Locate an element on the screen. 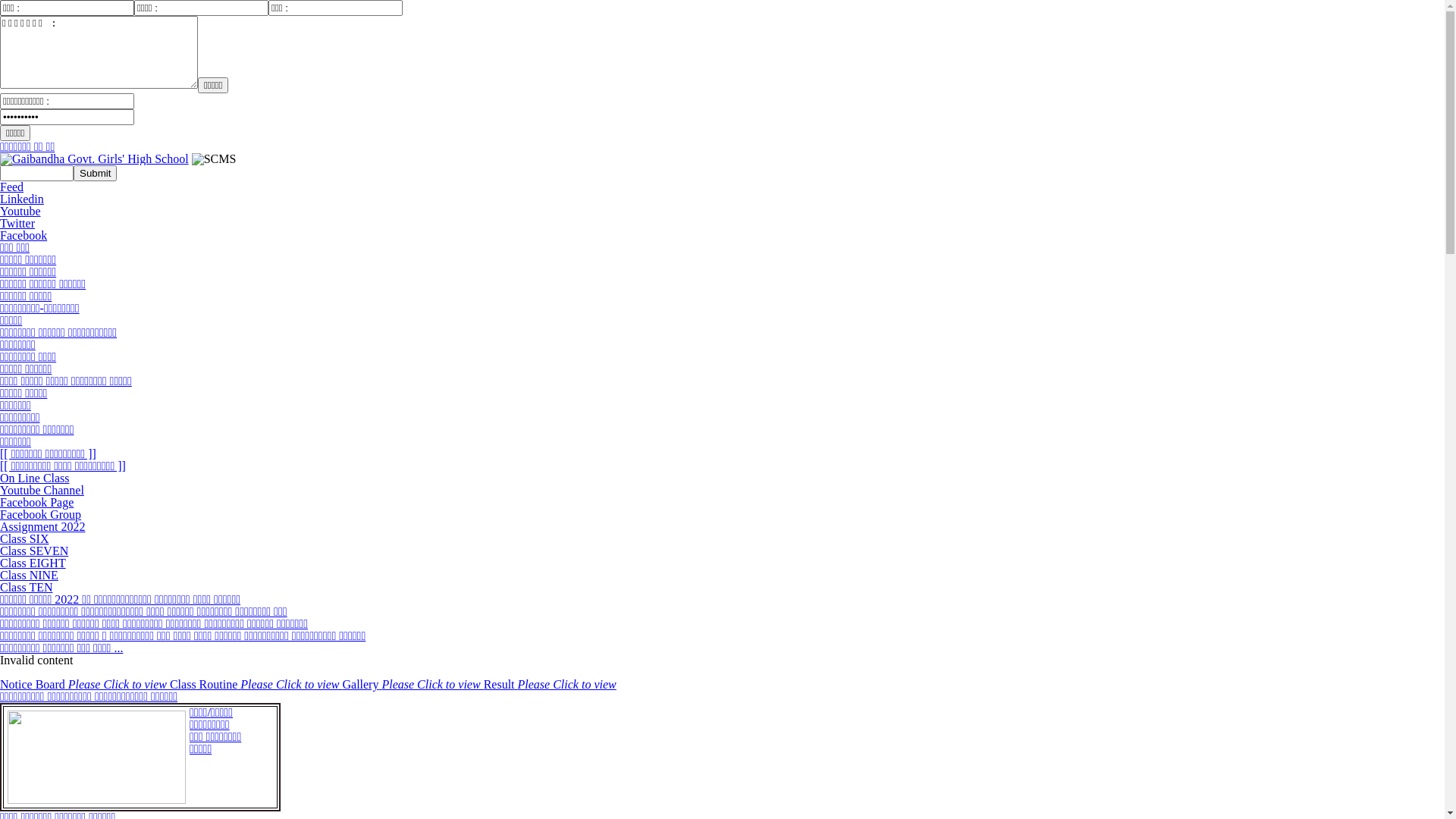 The width and height of the screenshot is (1456, 819). 'Facebook Page' is located at coordinates (36, 502).